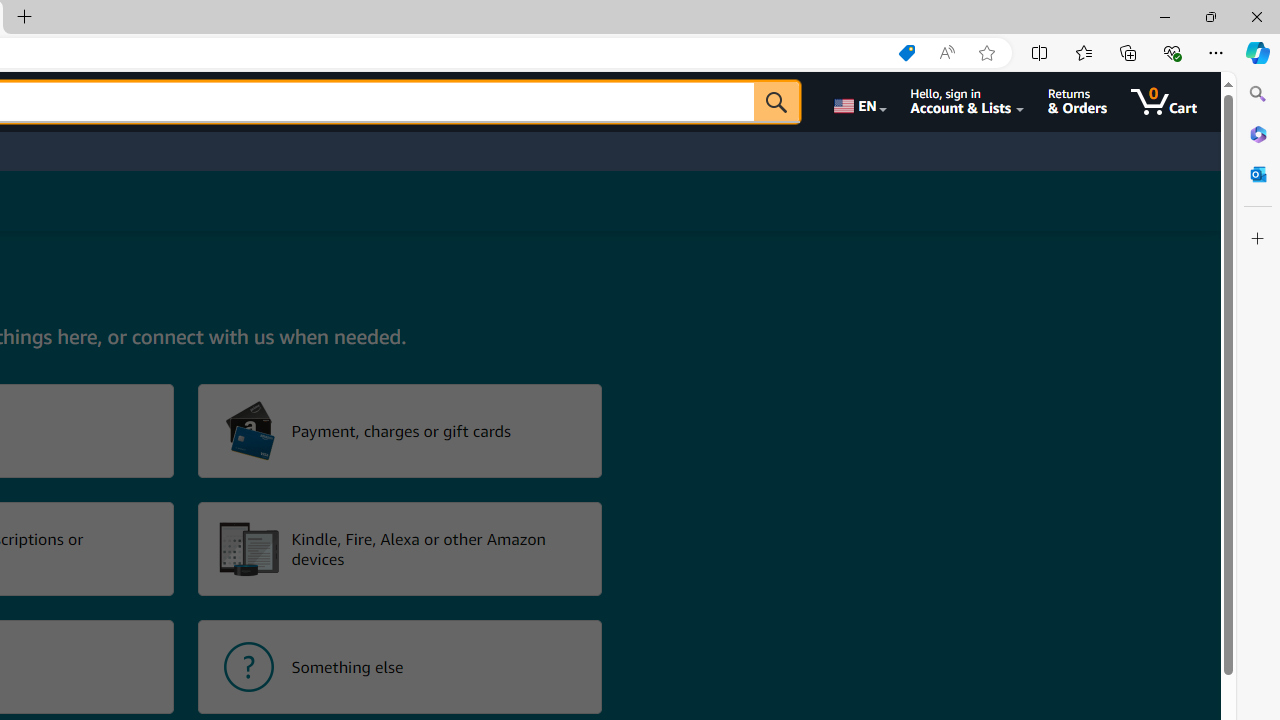 The width and height of the screenshot is (1280, 720). What do you see at coordinates (1076, 101) in the screenshot?
I see `'Returns & Orders'` at bounding box center [1076, 101].